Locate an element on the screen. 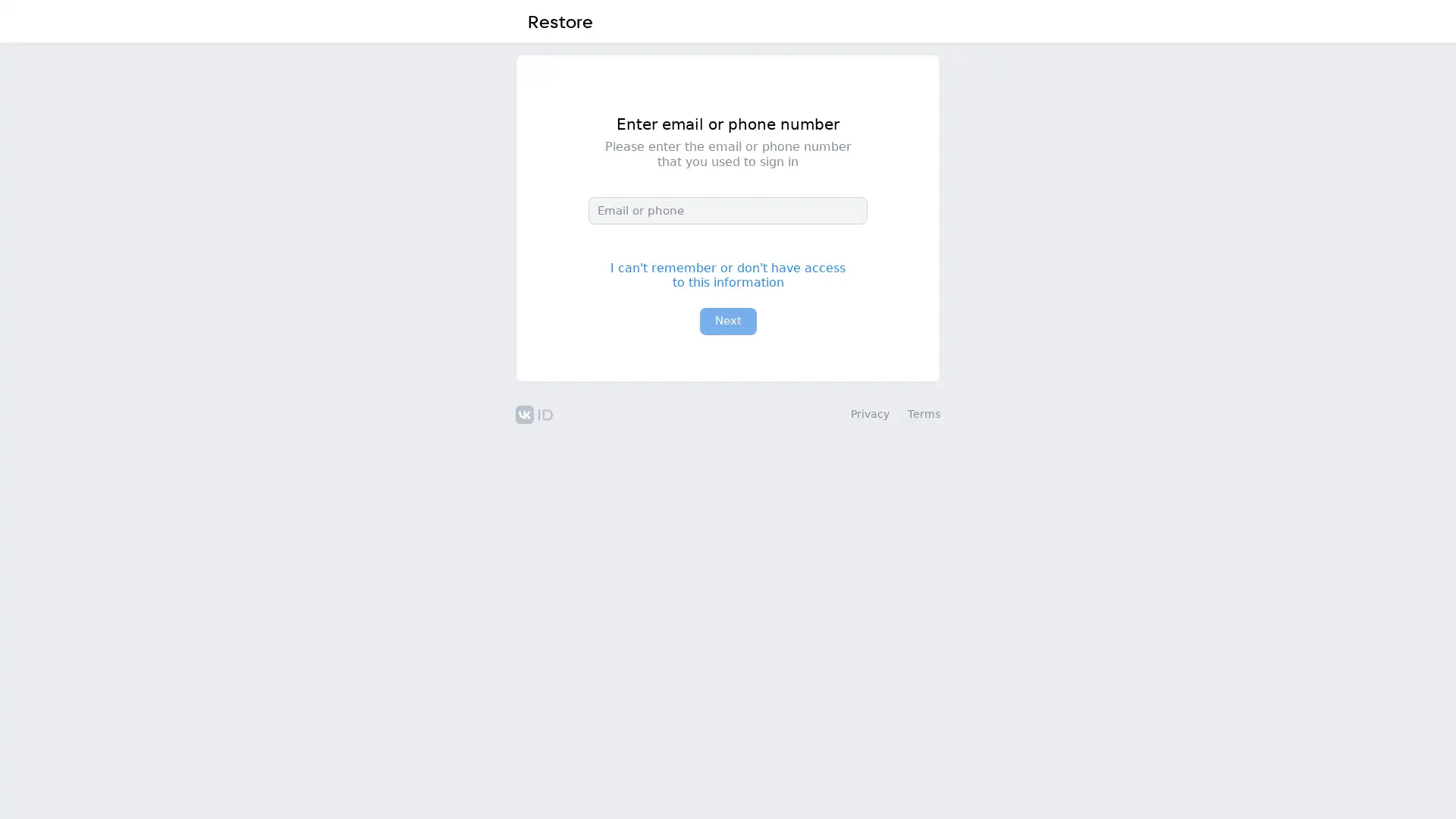 The height and width of the screenshot is (819, 1456). Next is located at coordinates (726, 321).